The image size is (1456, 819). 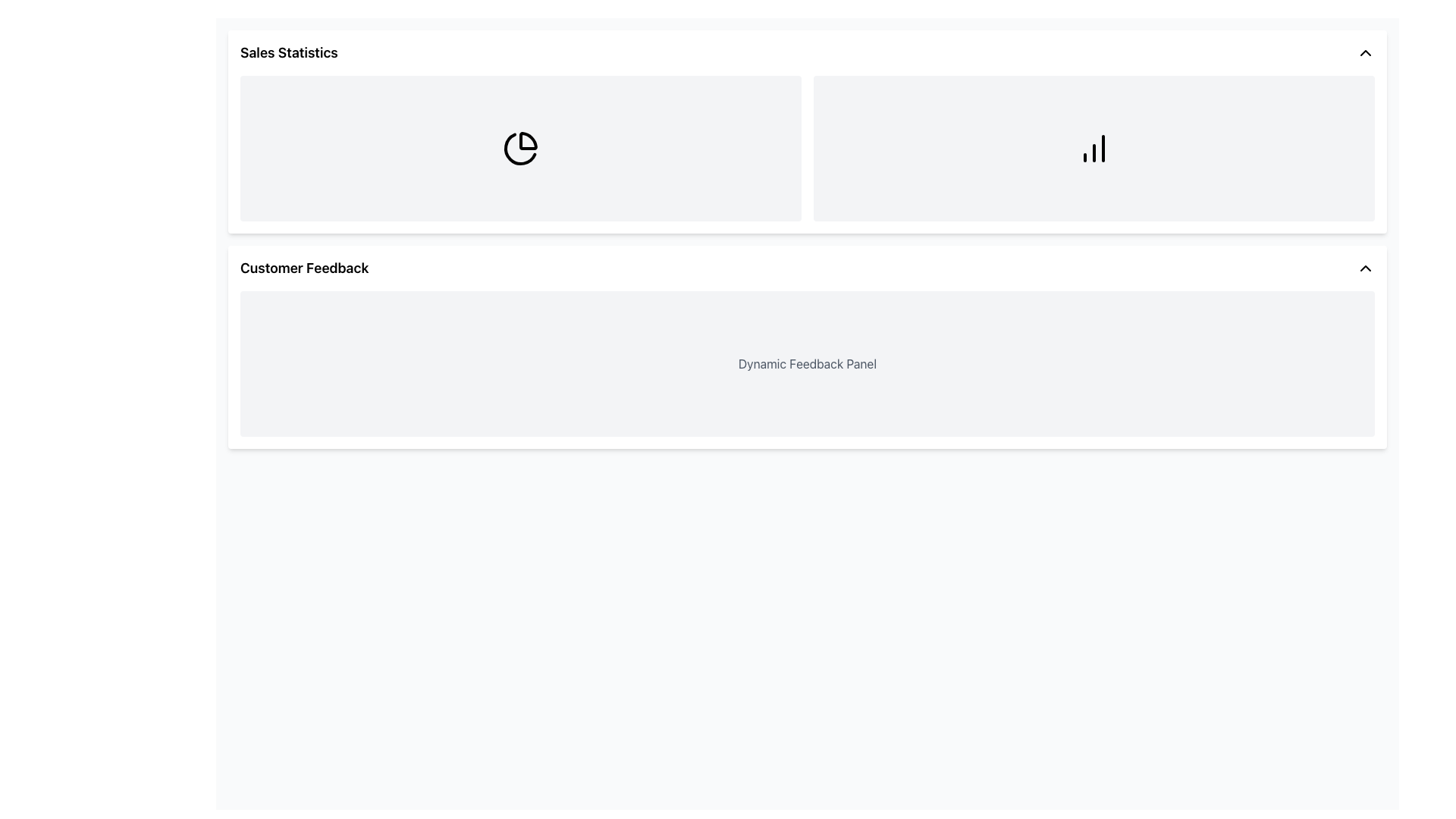 What do you see at coordinates (520, 149) in the screenshot?
I see `the statistical or analytical data visualization icon located under the 'Sales Statistics' section by clicking on it` at bounding box center [520, 149].